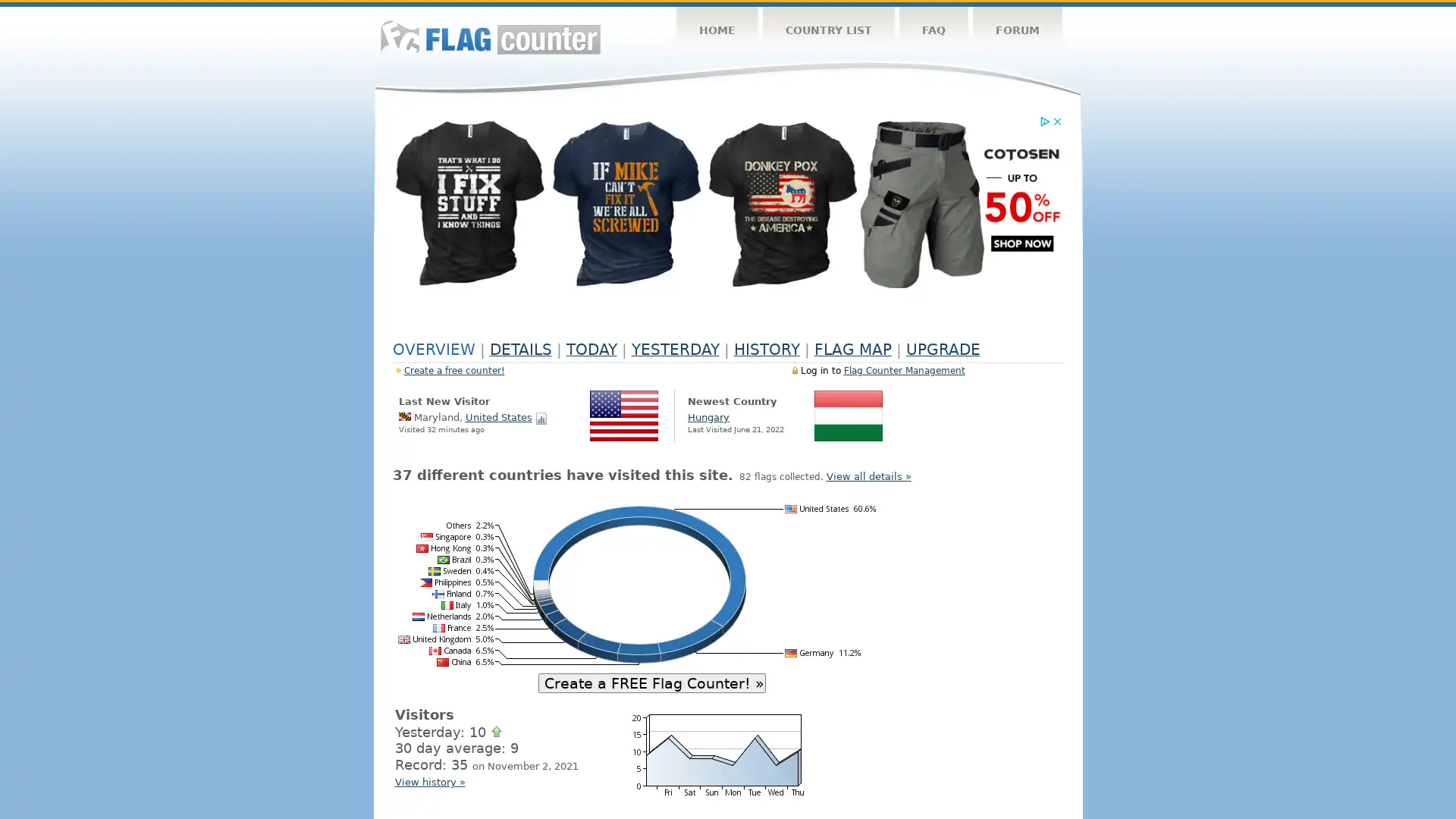  Describe the element at coordinates (651, 681) in the screenshot. I see `Create a FREE Flag Counter!` at that location.